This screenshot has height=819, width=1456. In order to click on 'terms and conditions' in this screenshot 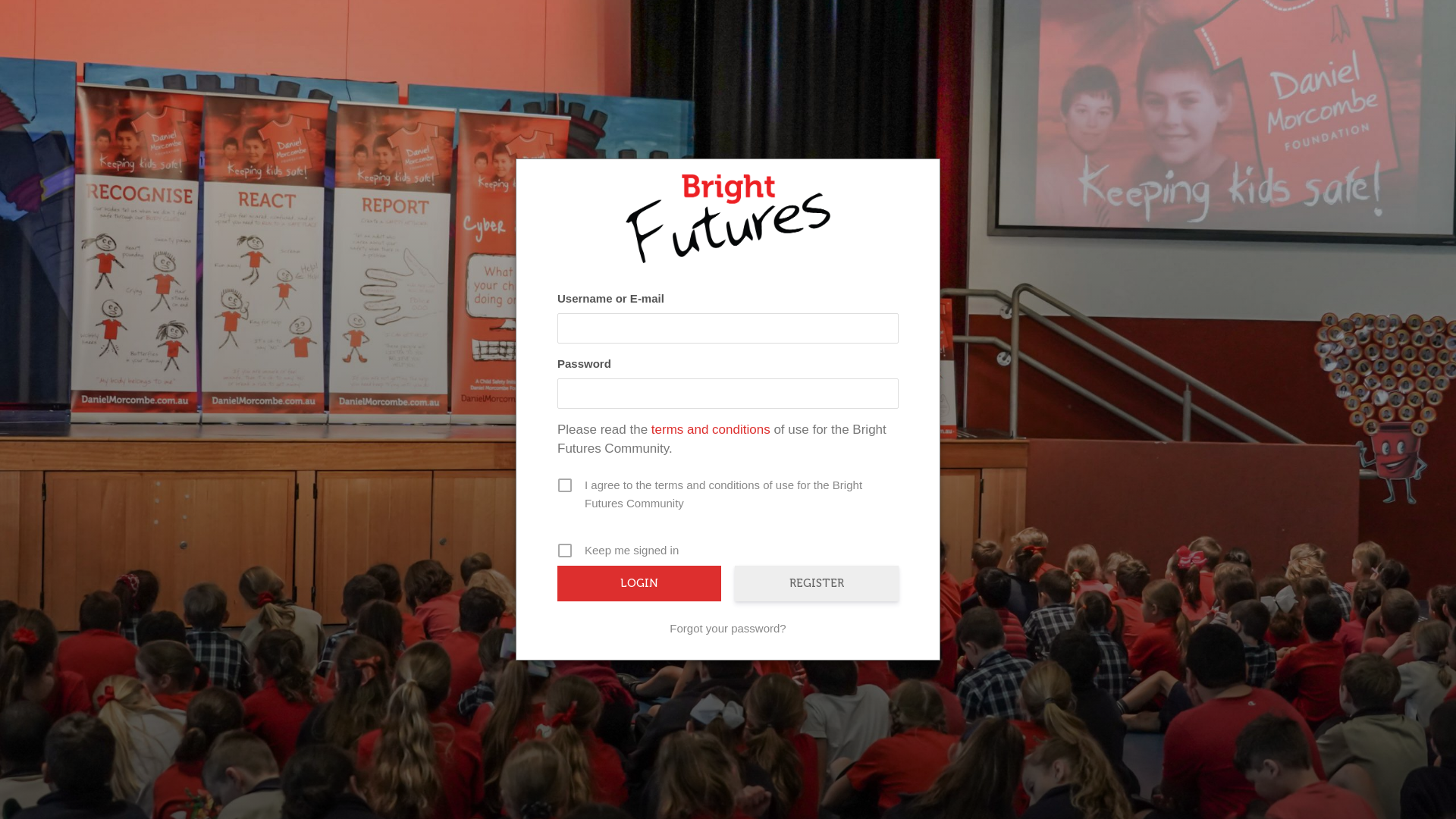, I will do `click(710, 429)`.